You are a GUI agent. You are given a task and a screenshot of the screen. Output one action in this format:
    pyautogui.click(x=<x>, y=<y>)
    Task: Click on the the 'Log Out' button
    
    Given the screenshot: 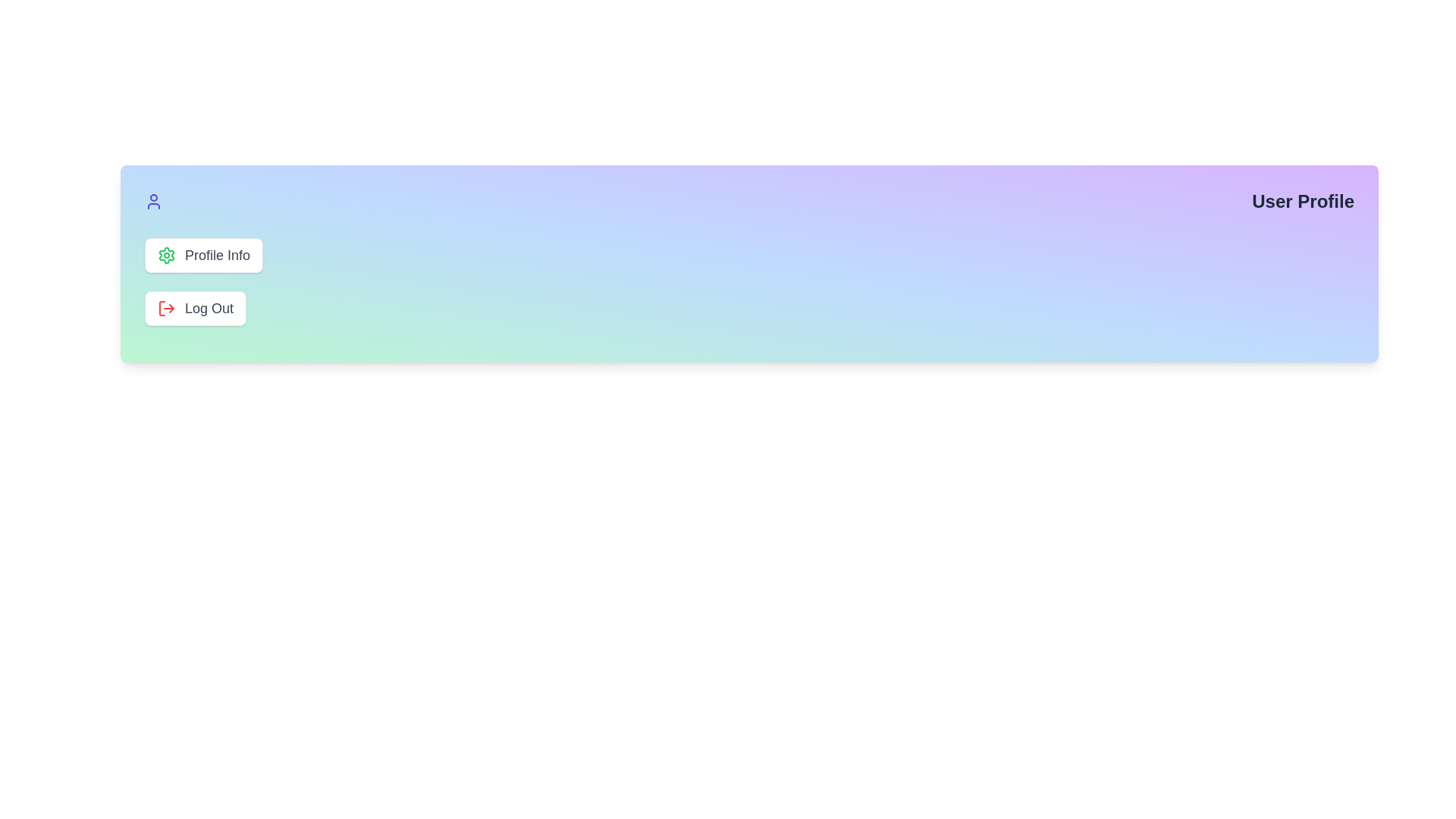 What is the action you would take?
    pyautogui.click(x=195, y=308)
    